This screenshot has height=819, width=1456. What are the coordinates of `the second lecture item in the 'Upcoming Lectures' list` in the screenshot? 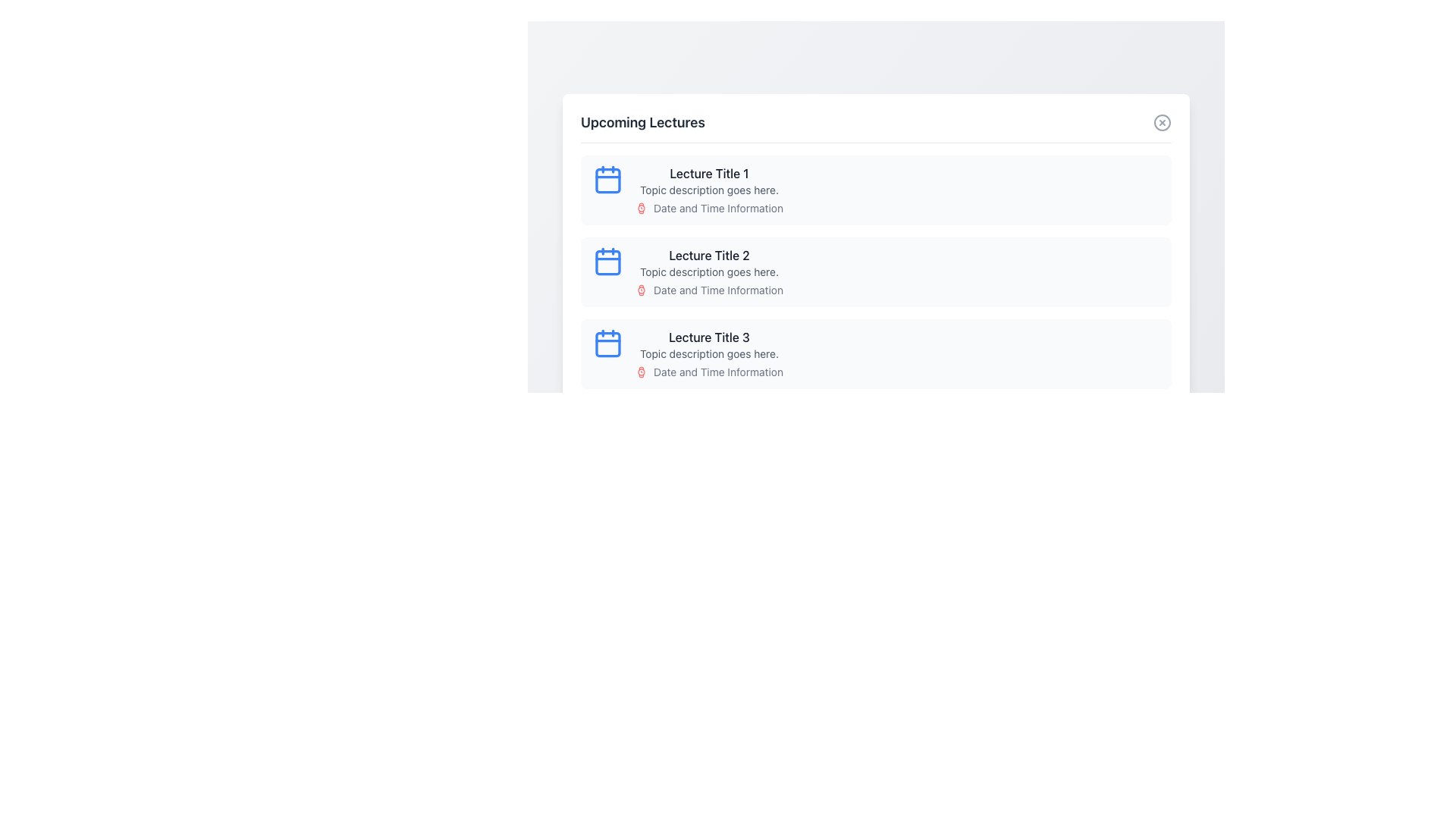 It's located at (876, 271).